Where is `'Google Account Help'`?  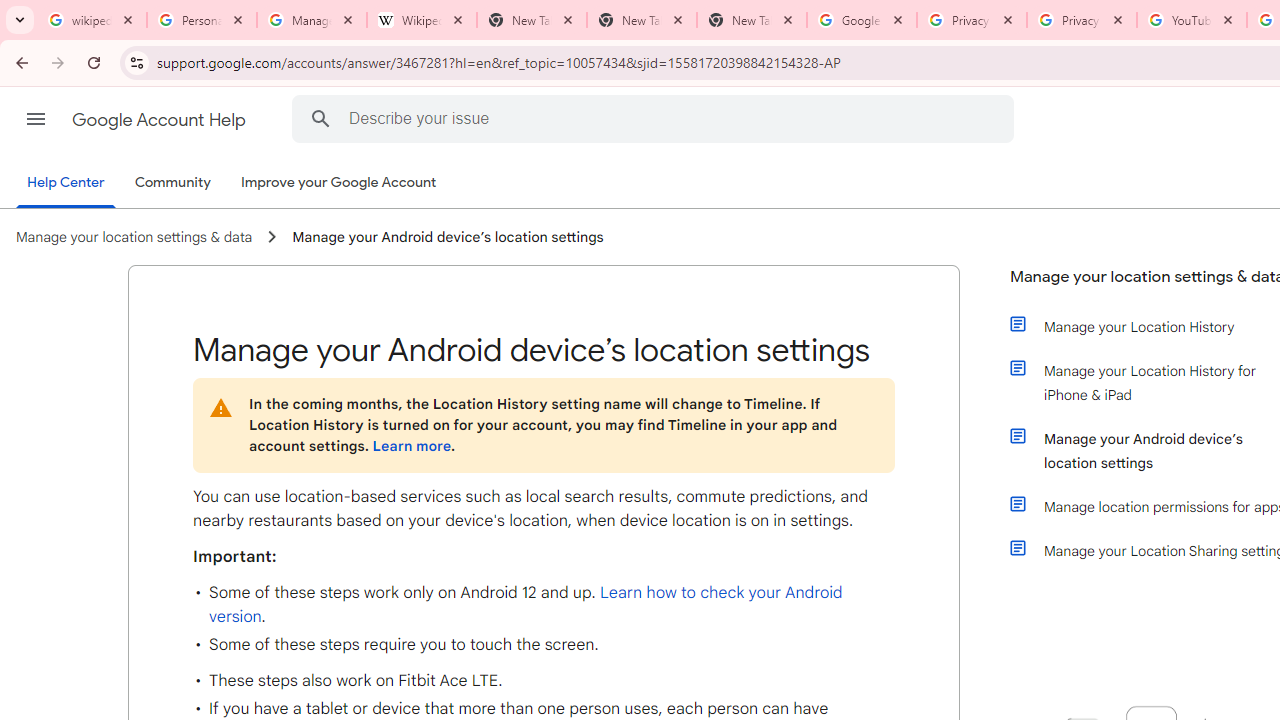 'Google Account Help' is located at coordinates (160, 119).